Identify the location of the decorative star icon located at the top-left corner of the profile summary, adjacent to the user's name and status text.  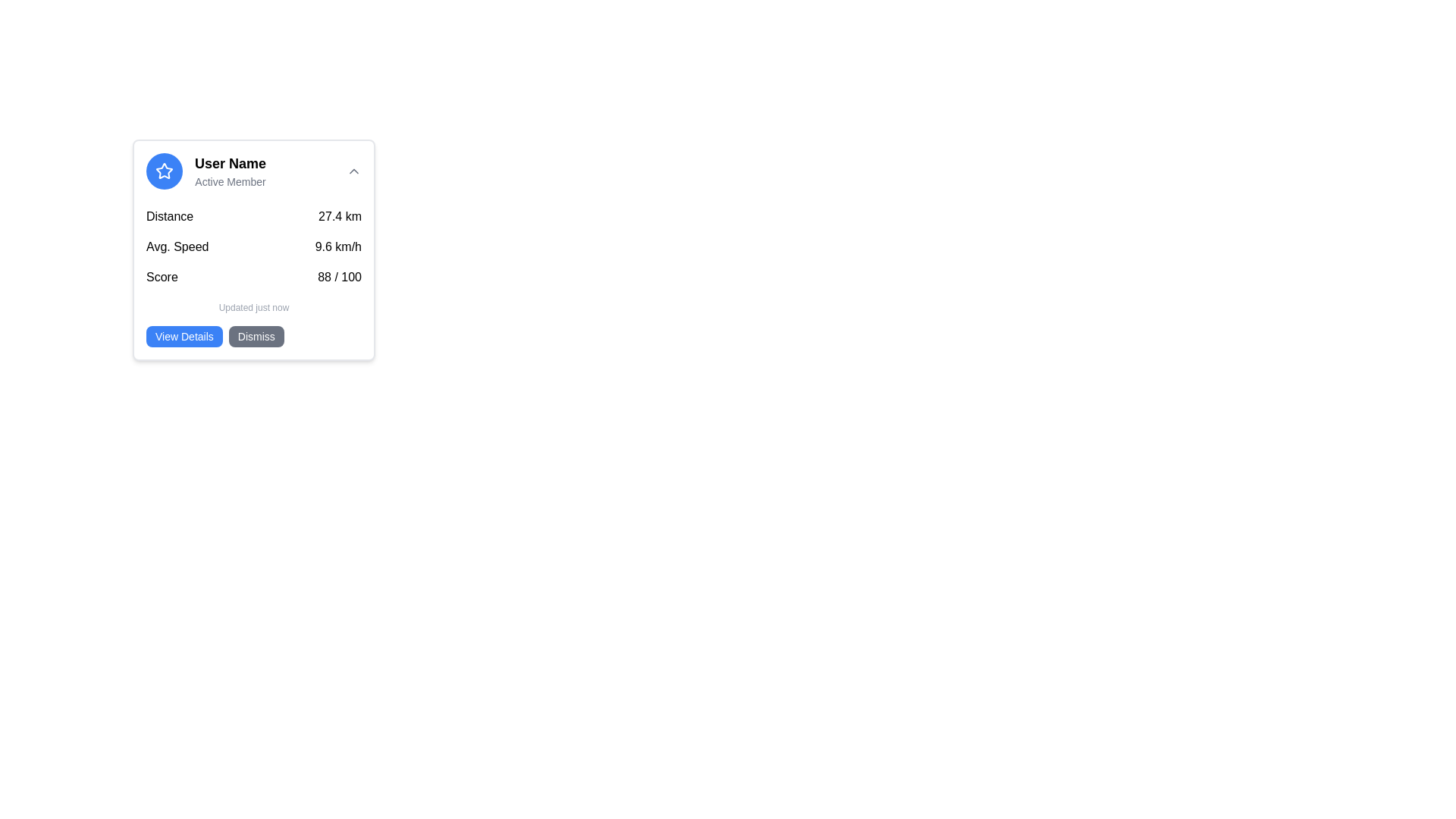
(164, 171).